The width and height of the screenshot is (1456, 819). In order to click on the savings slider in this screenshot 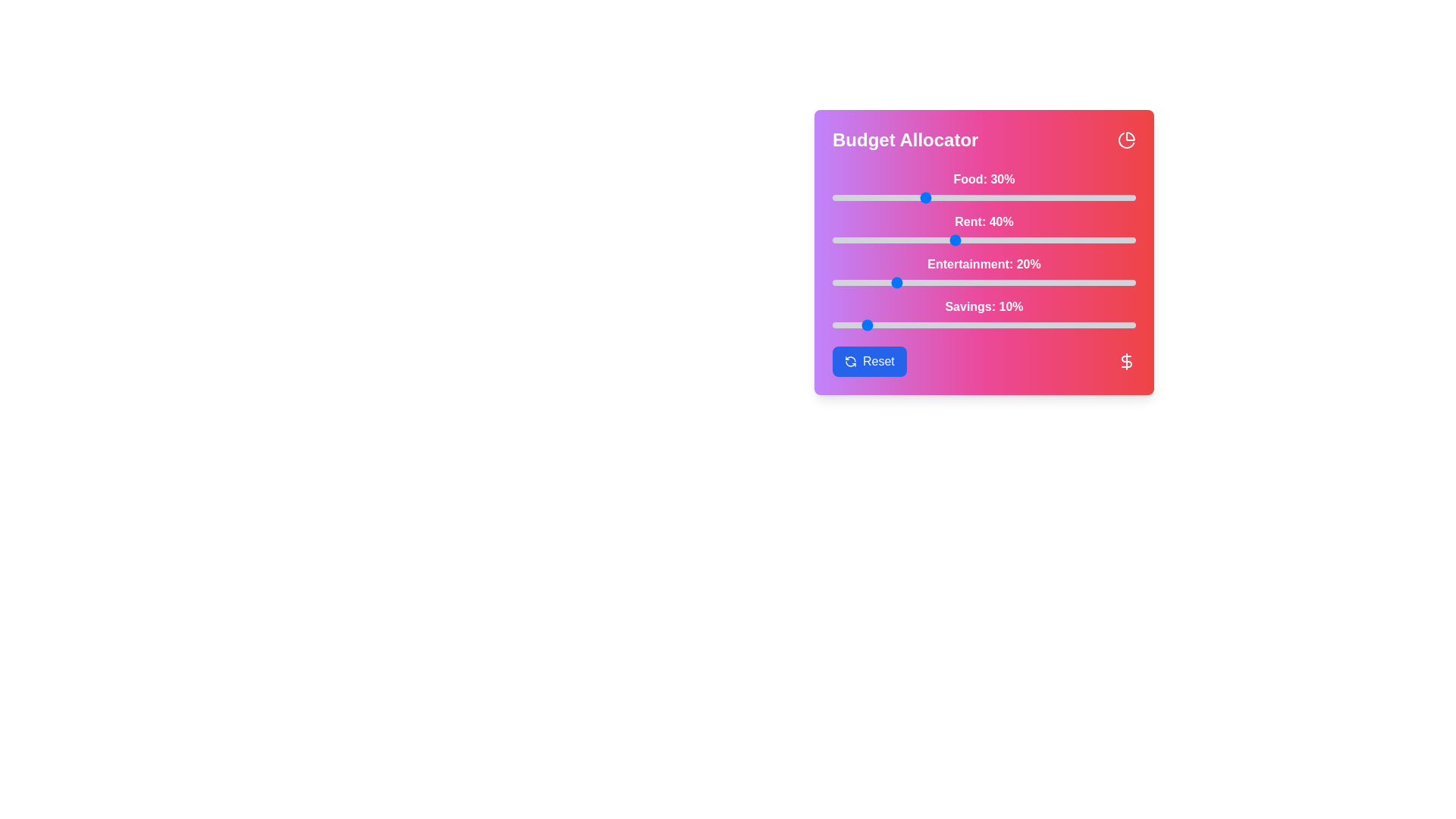, I will do `click(1035, 324)`.